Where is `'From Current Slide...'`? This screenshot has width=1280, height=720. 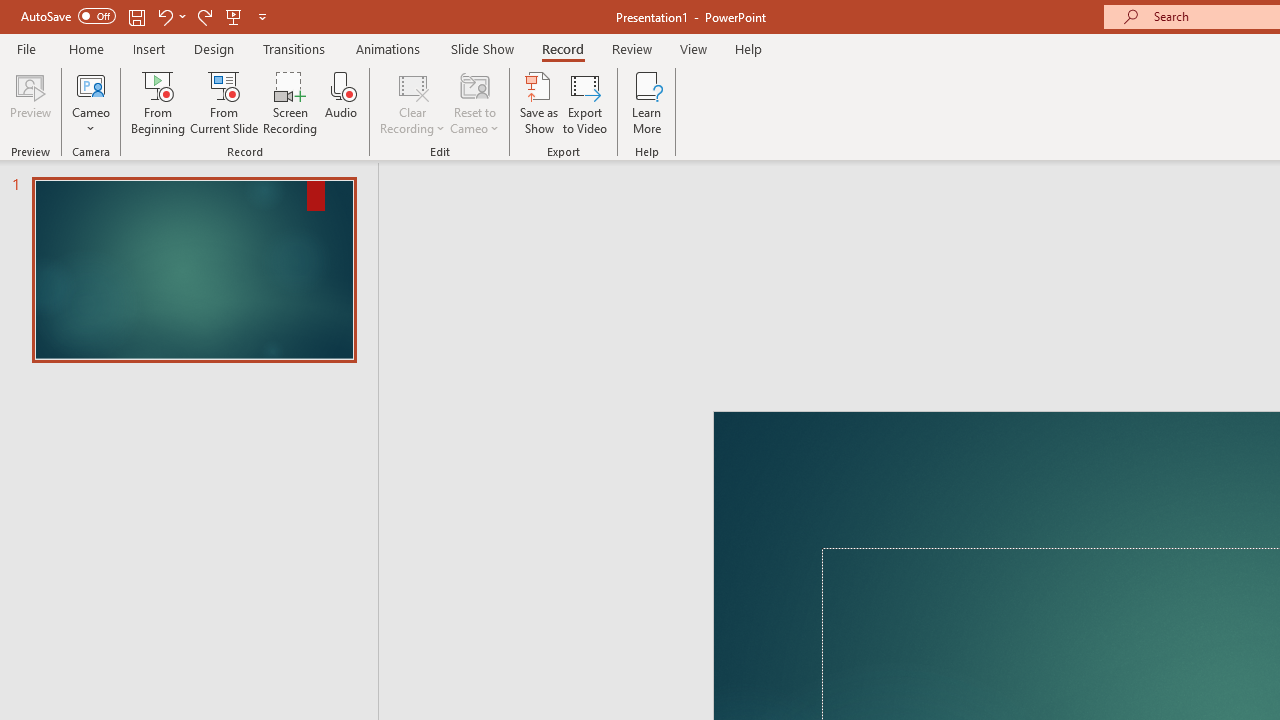
'From Current Slide...' is located at coordinates (224, 103).